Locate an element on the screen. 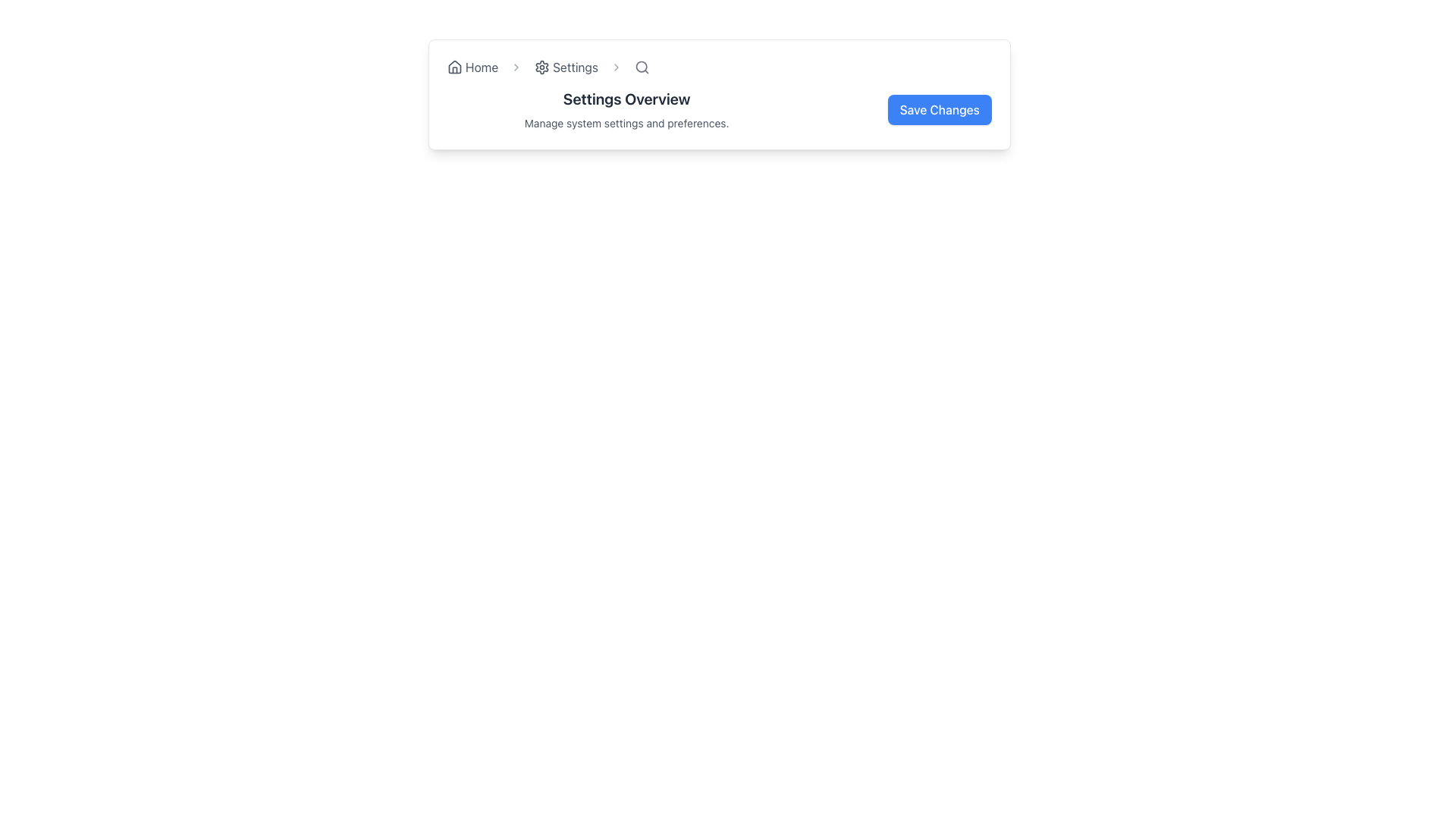 This screenshot has height=819, width=1456. the 'Settings Overview' text block, which prominently displays 'Settings Overview' in a bold and large dark gray font, with a secondary line reading 'Manage system settings and preferences.' in a smaller light gray font is located at coordinates (626, 109).